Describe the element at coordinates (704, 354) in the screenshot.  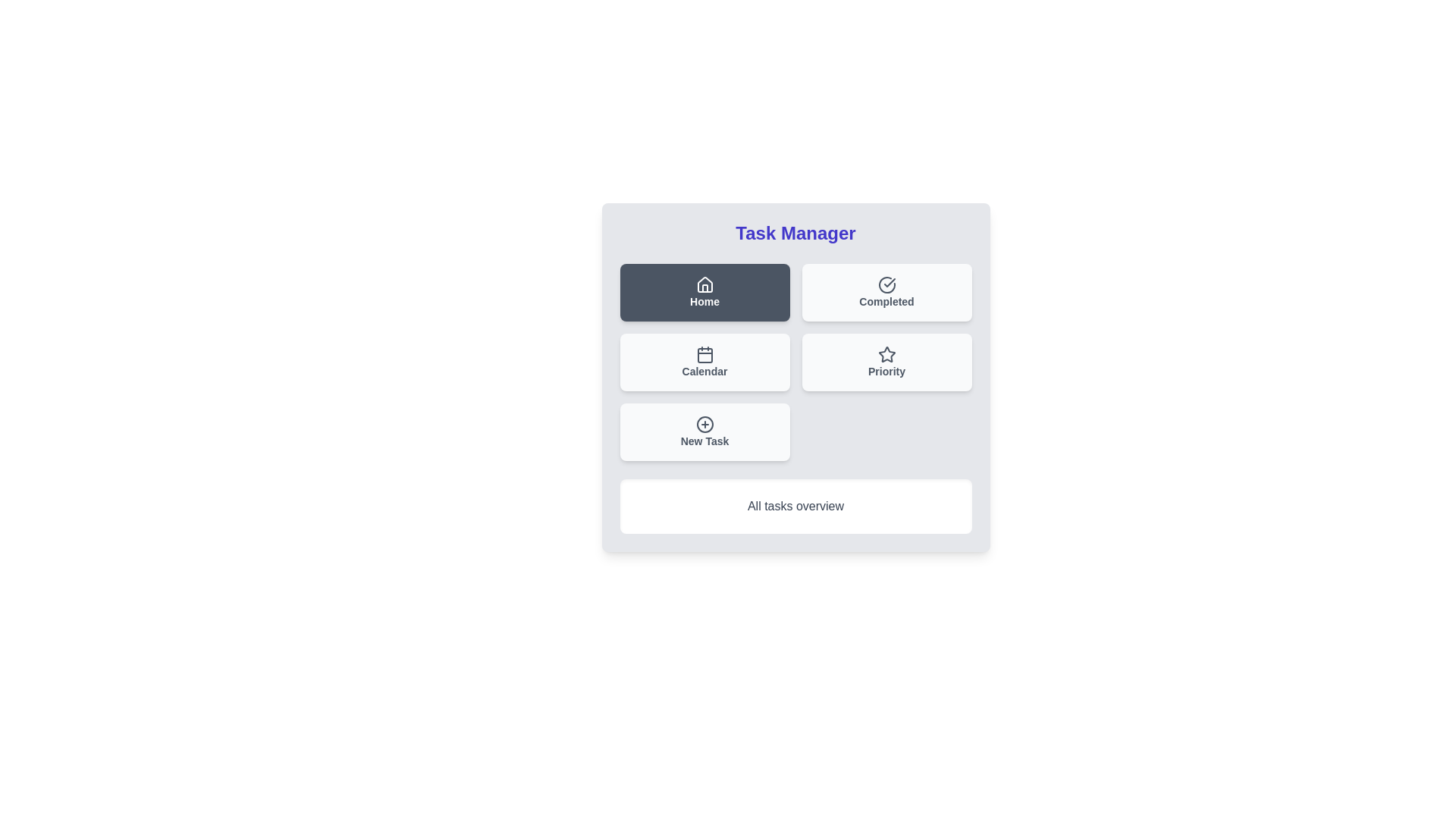
I see `the calendar icon, which is a gray square outline with a top bar and two vertical bars, centrally located within the 'Calendar' button in the second row and first column of the grid below the 'Task Manager' header` at that location.